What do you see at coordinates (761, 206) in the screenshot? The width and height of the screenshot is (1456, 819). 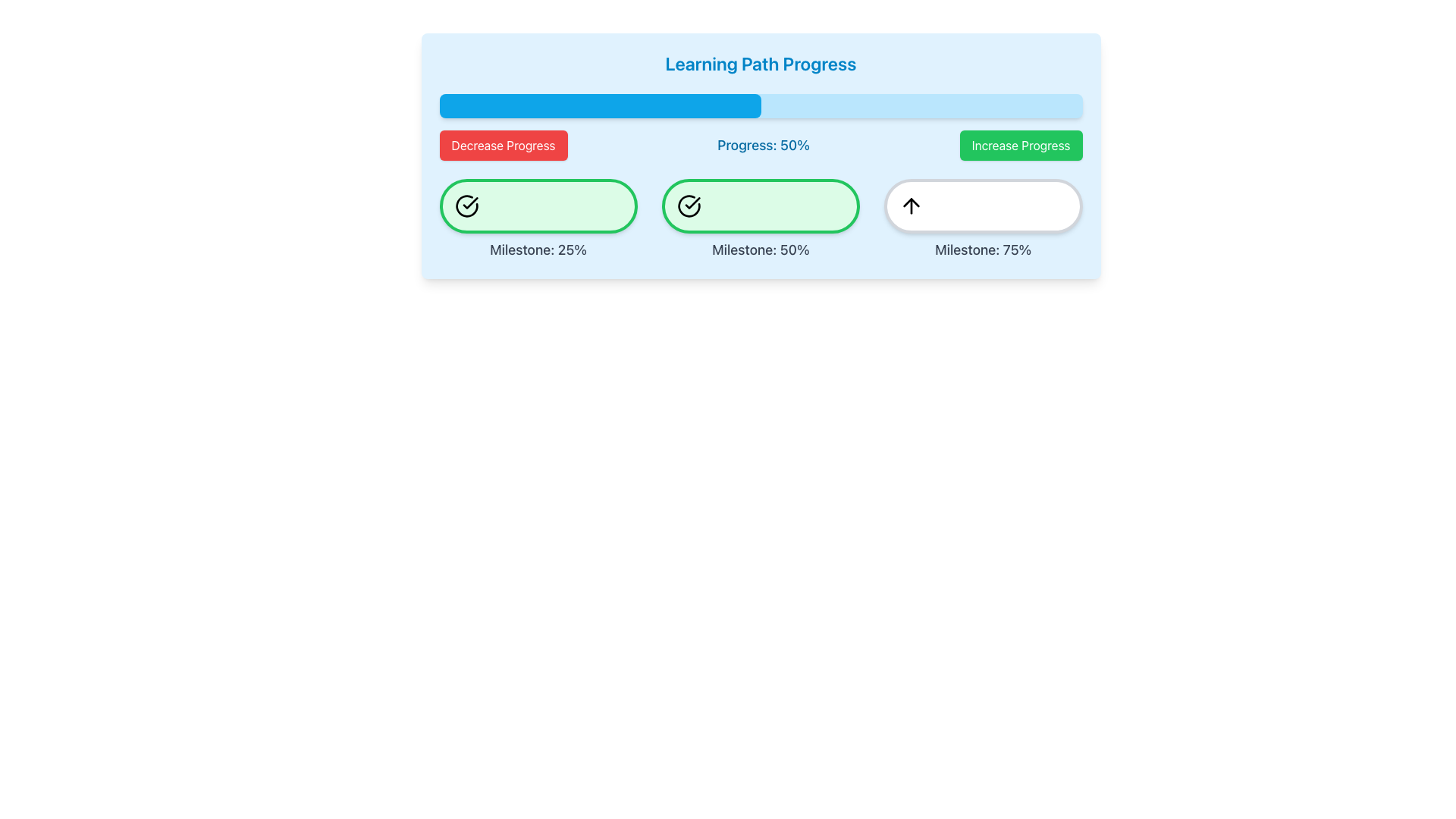 I see `the Progress milestone indicator, which is a circular badge with a green border and light green background, containing a checkmark icon, located underneath the progress bar and corresponding to the 'Milestone: 50%' label` at bounding box center [761, 206].